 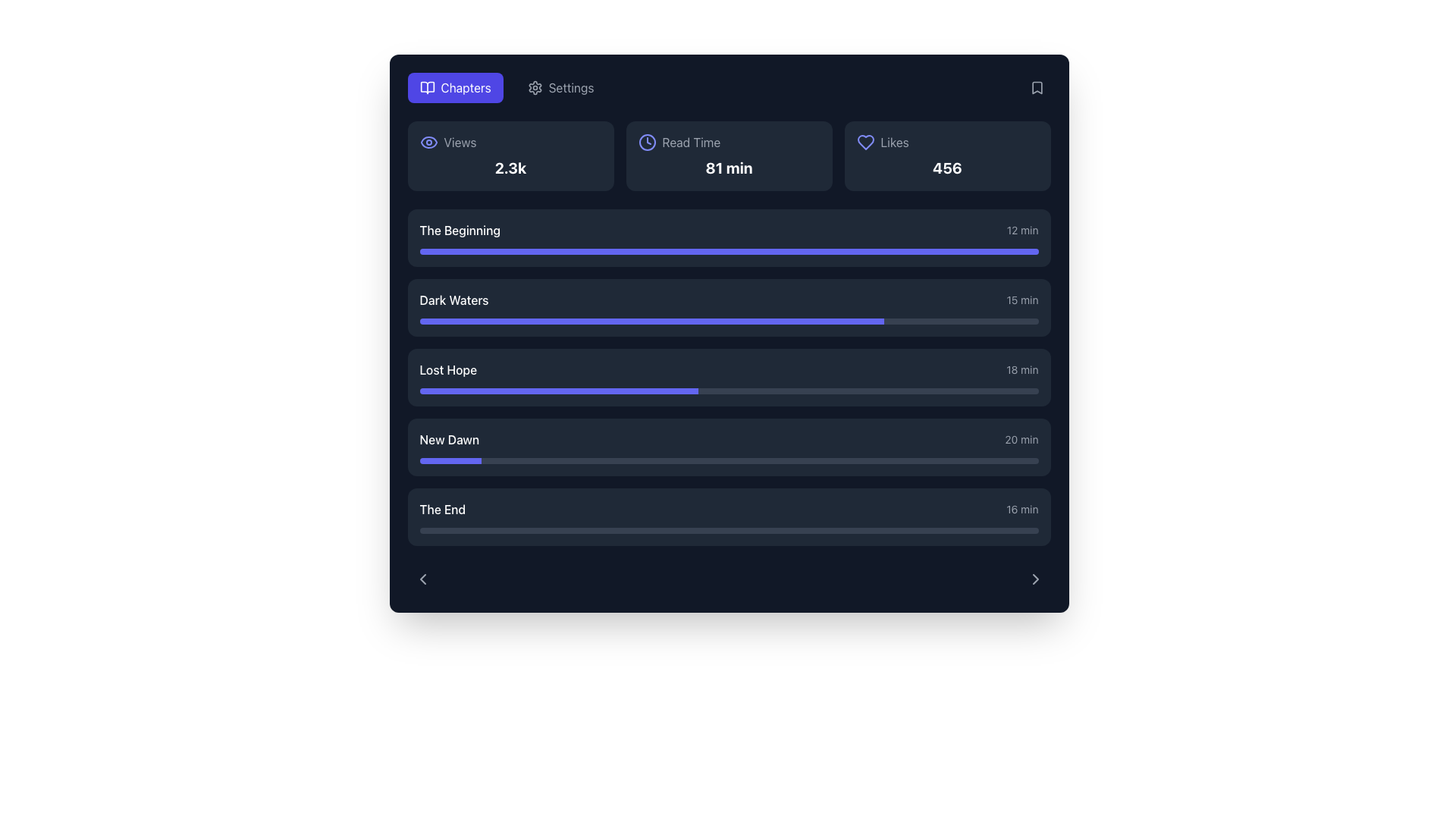 I want to click on the decorative clock icon, which is indigo in color and located to the left of the 'Read Time' text in the header section displaying statistics, so click(x=647, y=143).